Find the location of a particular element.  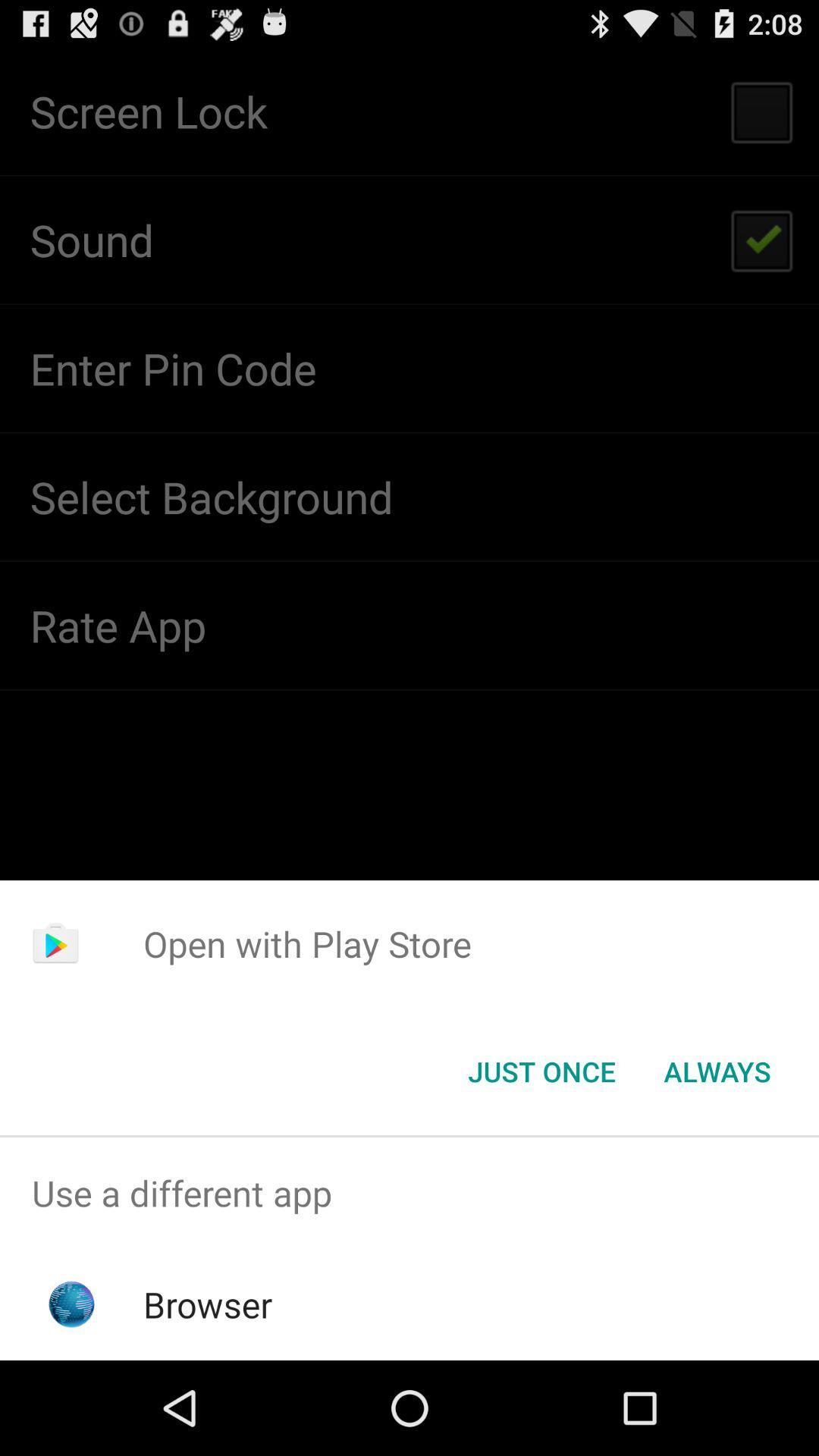

the always button is located at coordinates (717, 1070).